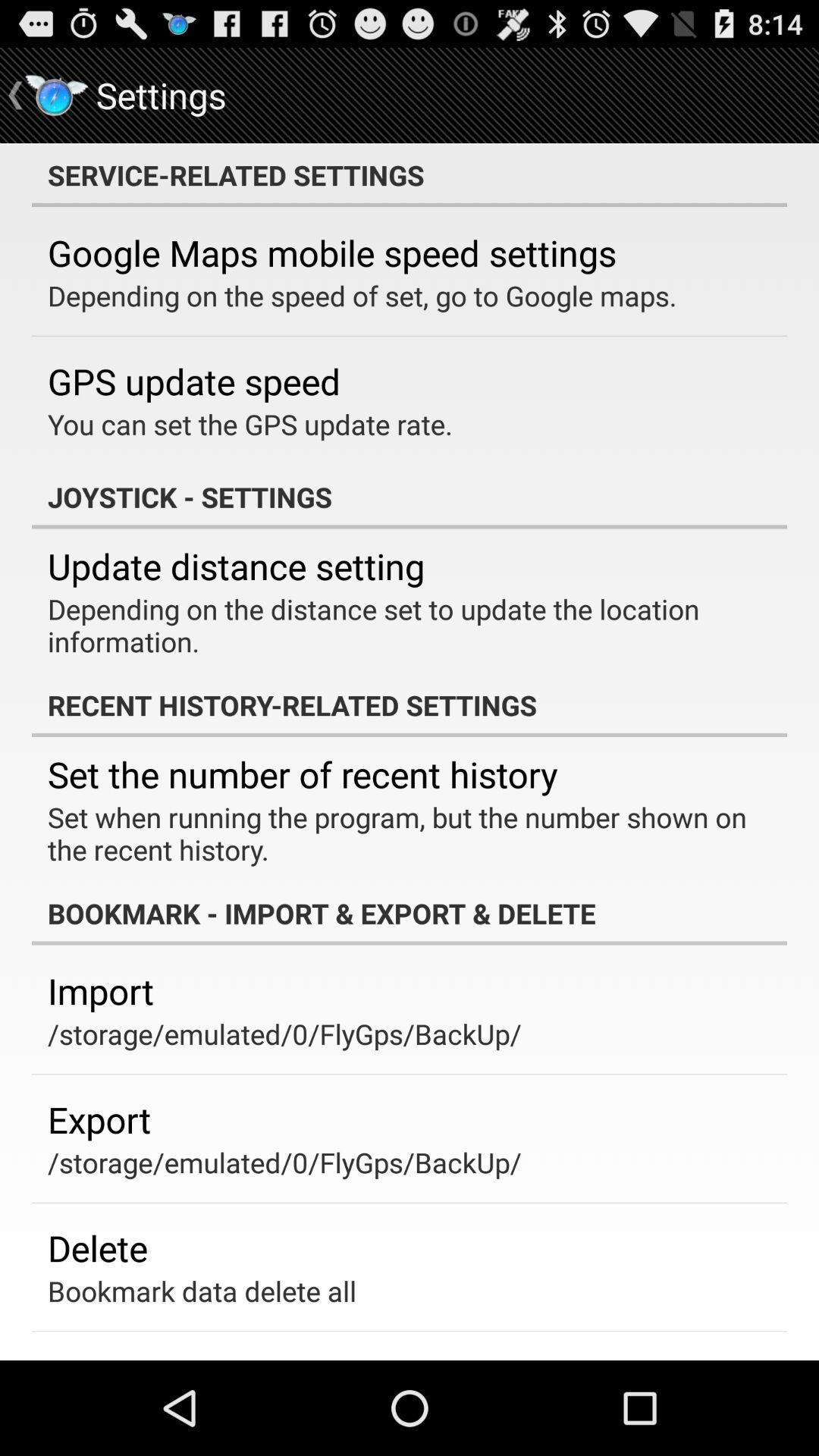 Image resolution: width=819 pixels, height=1456 pixels. I want to click on bookmark import export, so click(409, 912).